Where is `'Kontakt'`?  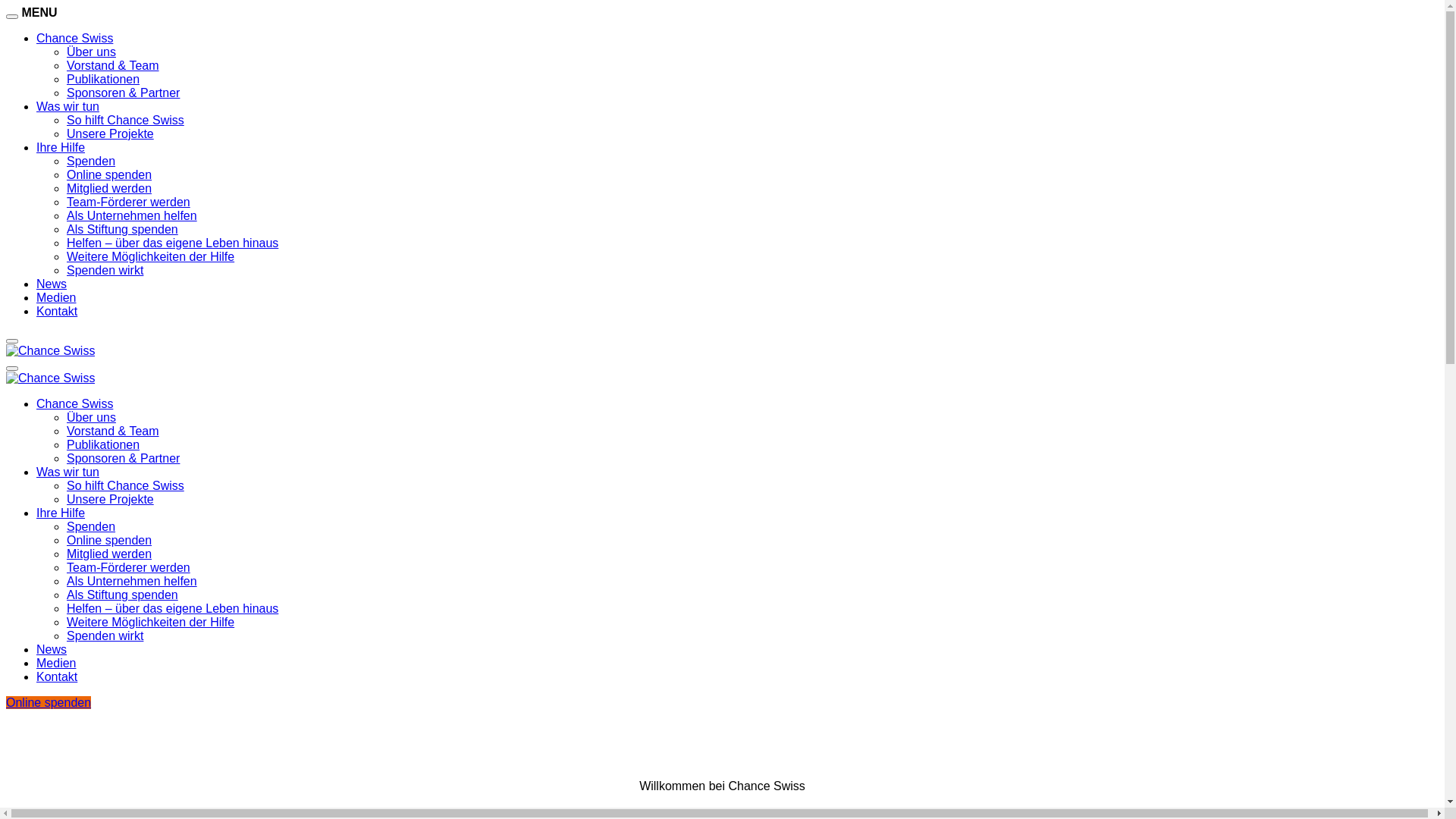
'Kontakt' is located at coordinates (36, 676).